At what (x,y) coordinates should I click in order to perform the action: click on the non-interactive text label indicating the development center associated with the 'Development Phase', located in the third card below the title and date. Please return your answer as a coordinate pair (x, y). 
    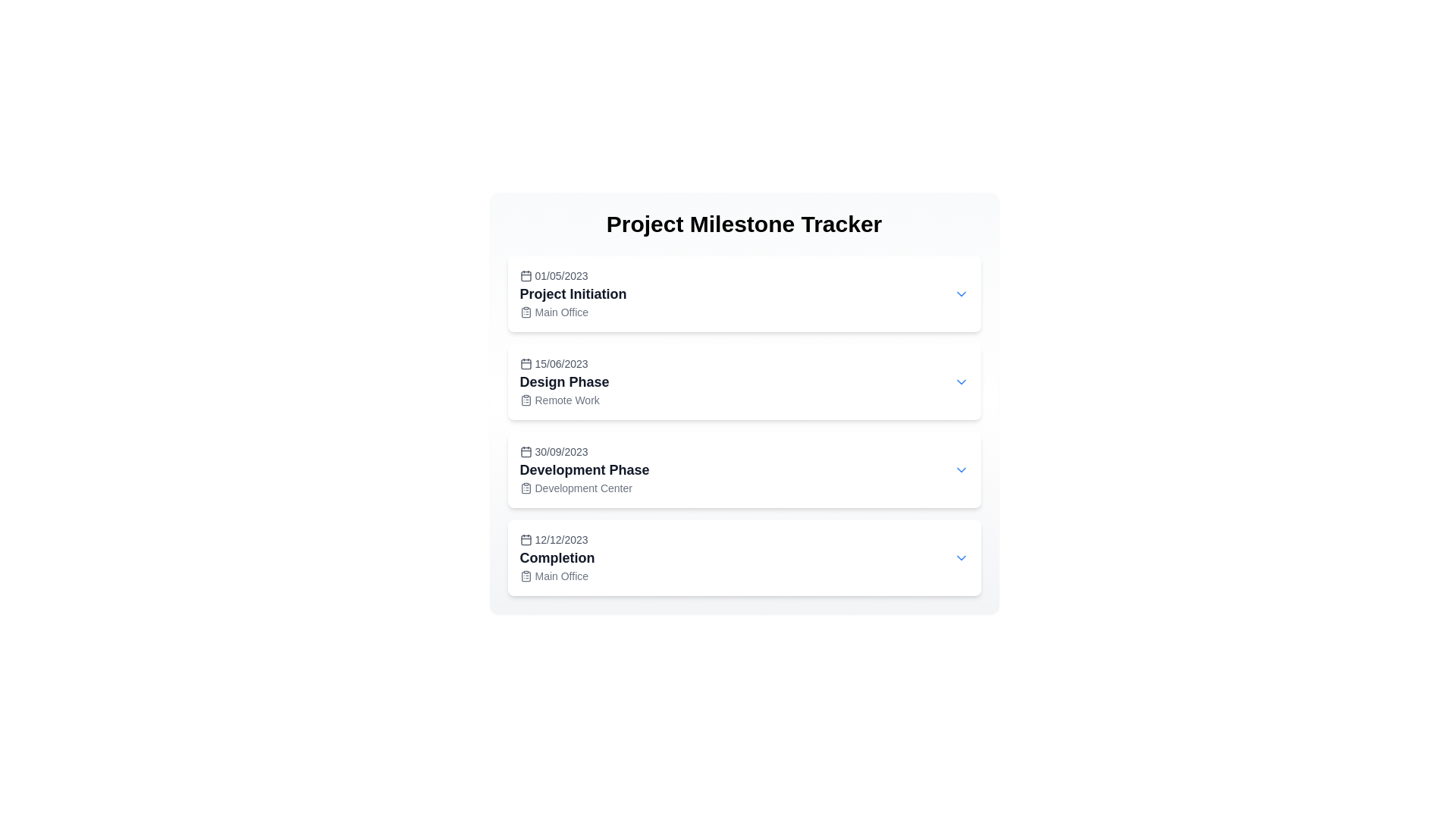
    Looking at the image, I should click on (584, 488).